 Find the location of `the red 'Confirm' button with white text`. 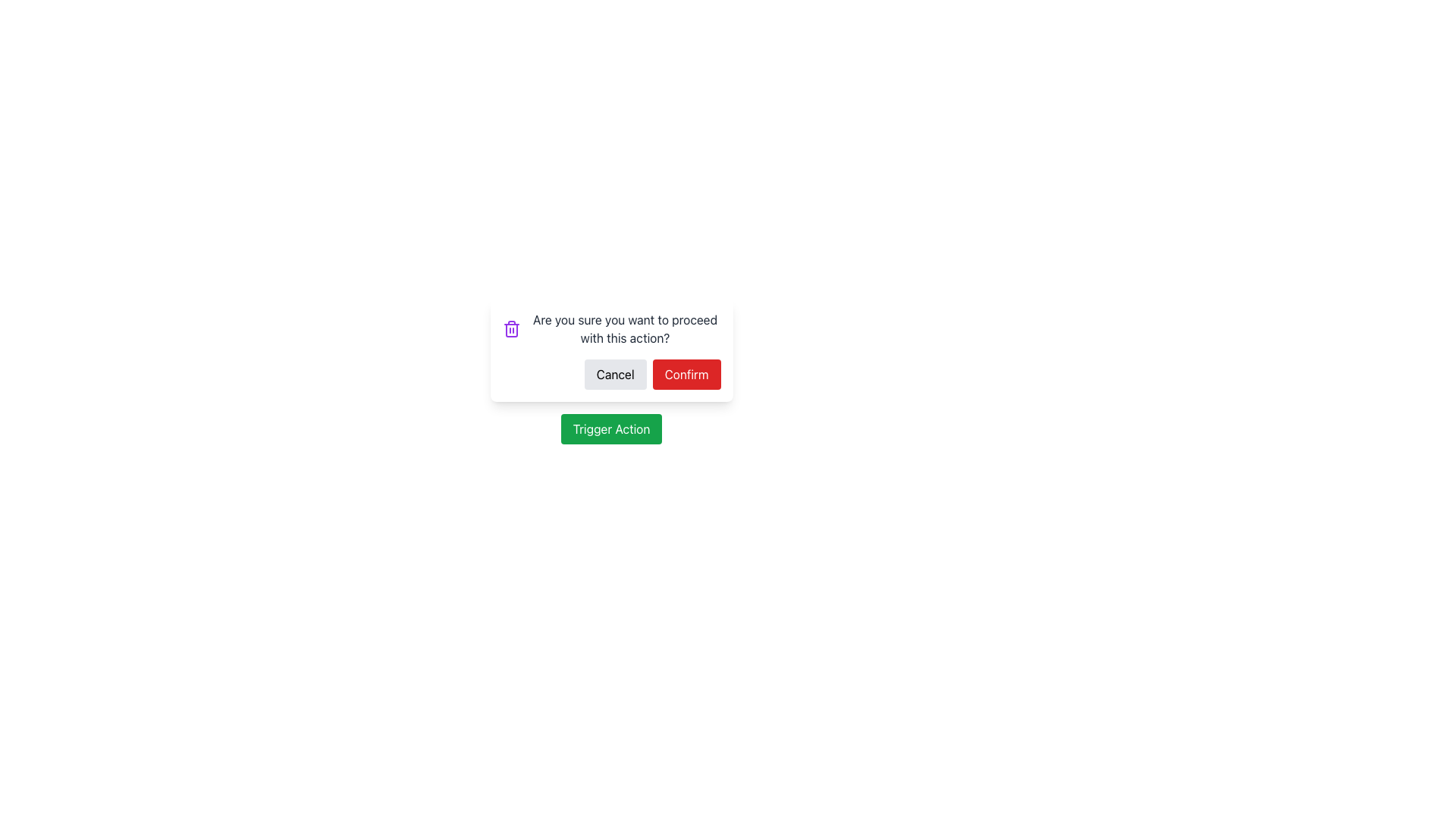

the red 'Confirm' button with white text is located at coordinates (686, 374).